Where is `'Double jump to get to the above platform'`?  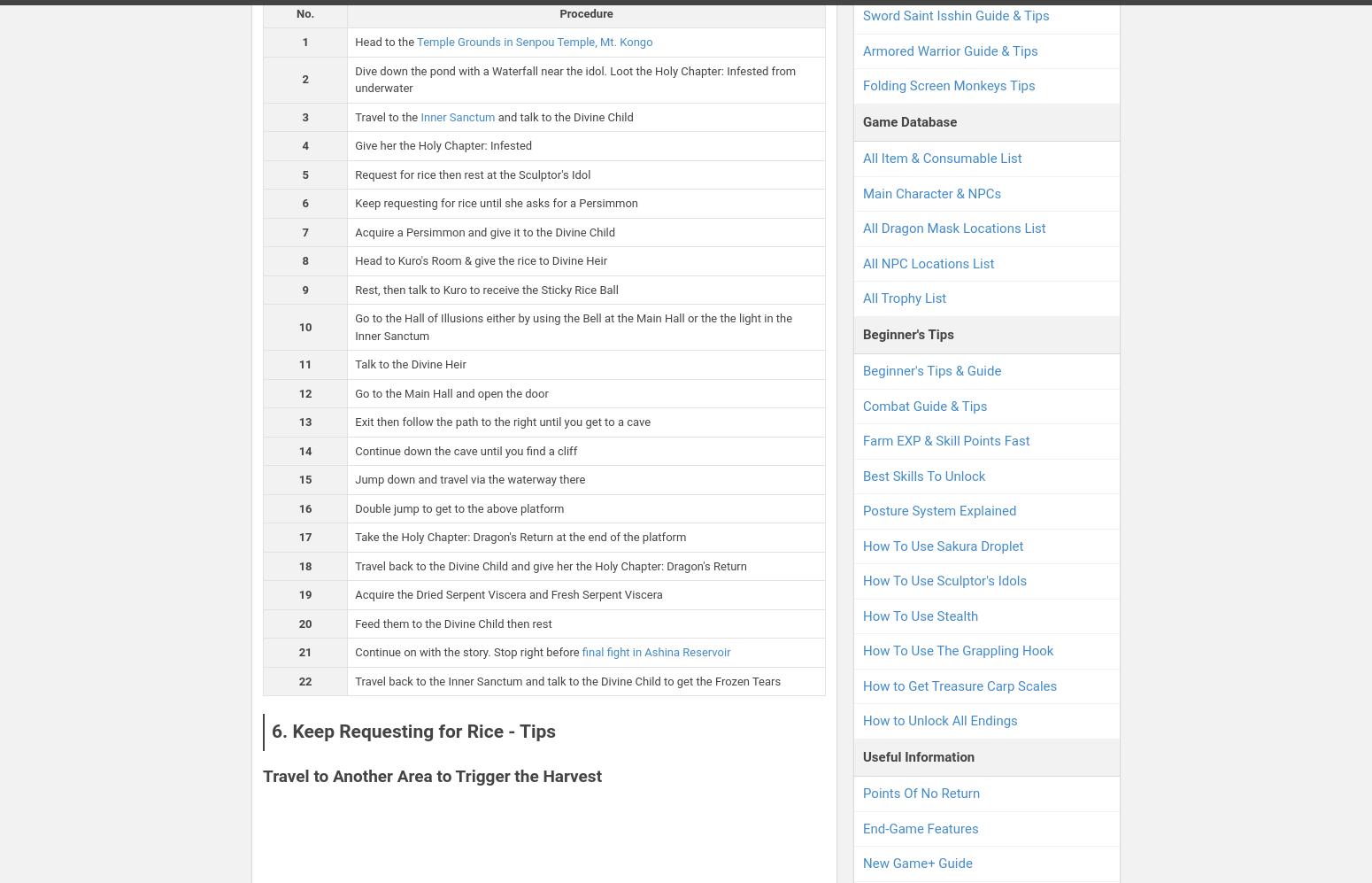 'Double jump to get to the above platform' is located at coordinates (458, 507).